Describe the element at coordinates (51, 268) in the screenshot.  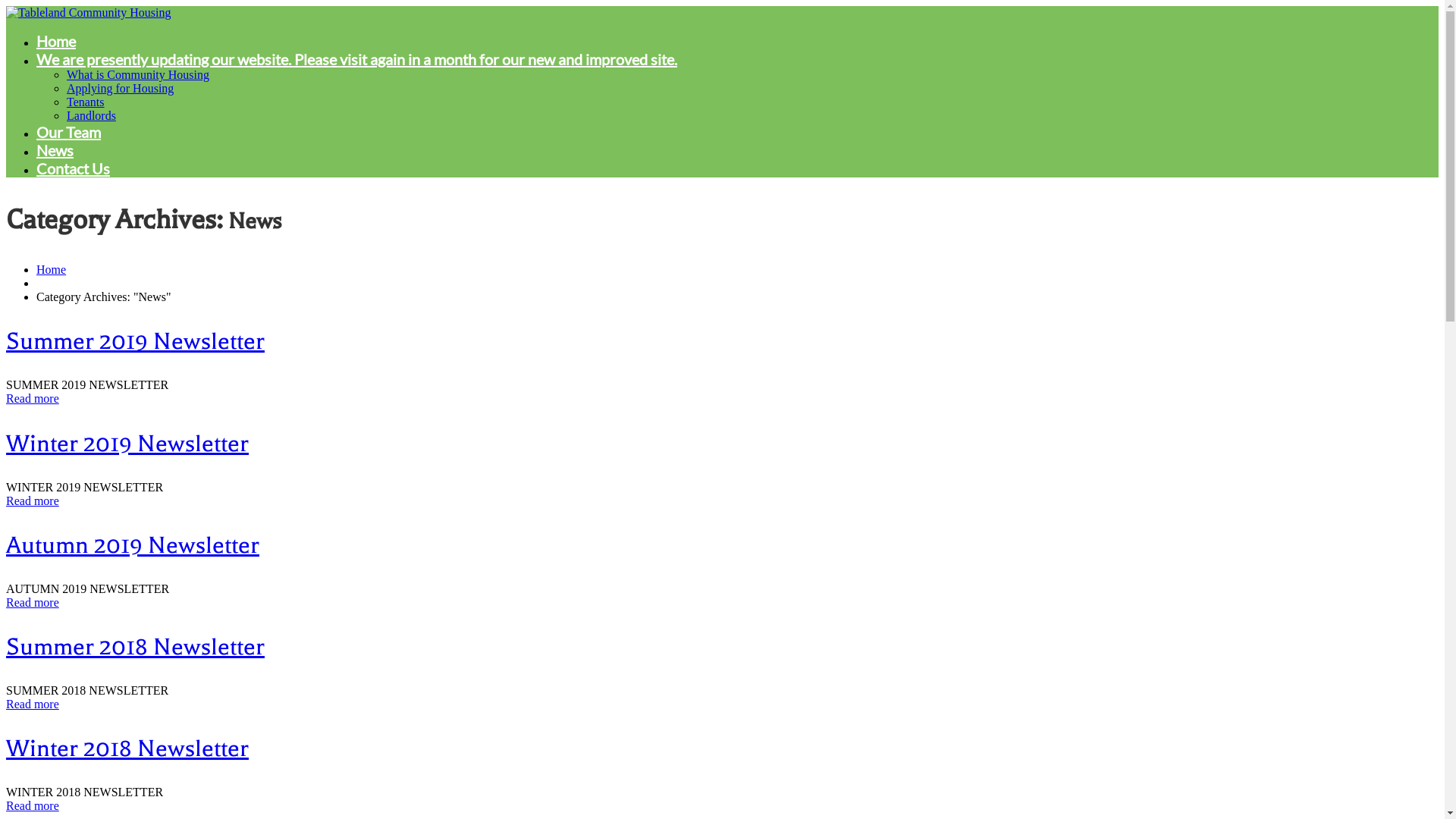
I see `'Home'` at that location.